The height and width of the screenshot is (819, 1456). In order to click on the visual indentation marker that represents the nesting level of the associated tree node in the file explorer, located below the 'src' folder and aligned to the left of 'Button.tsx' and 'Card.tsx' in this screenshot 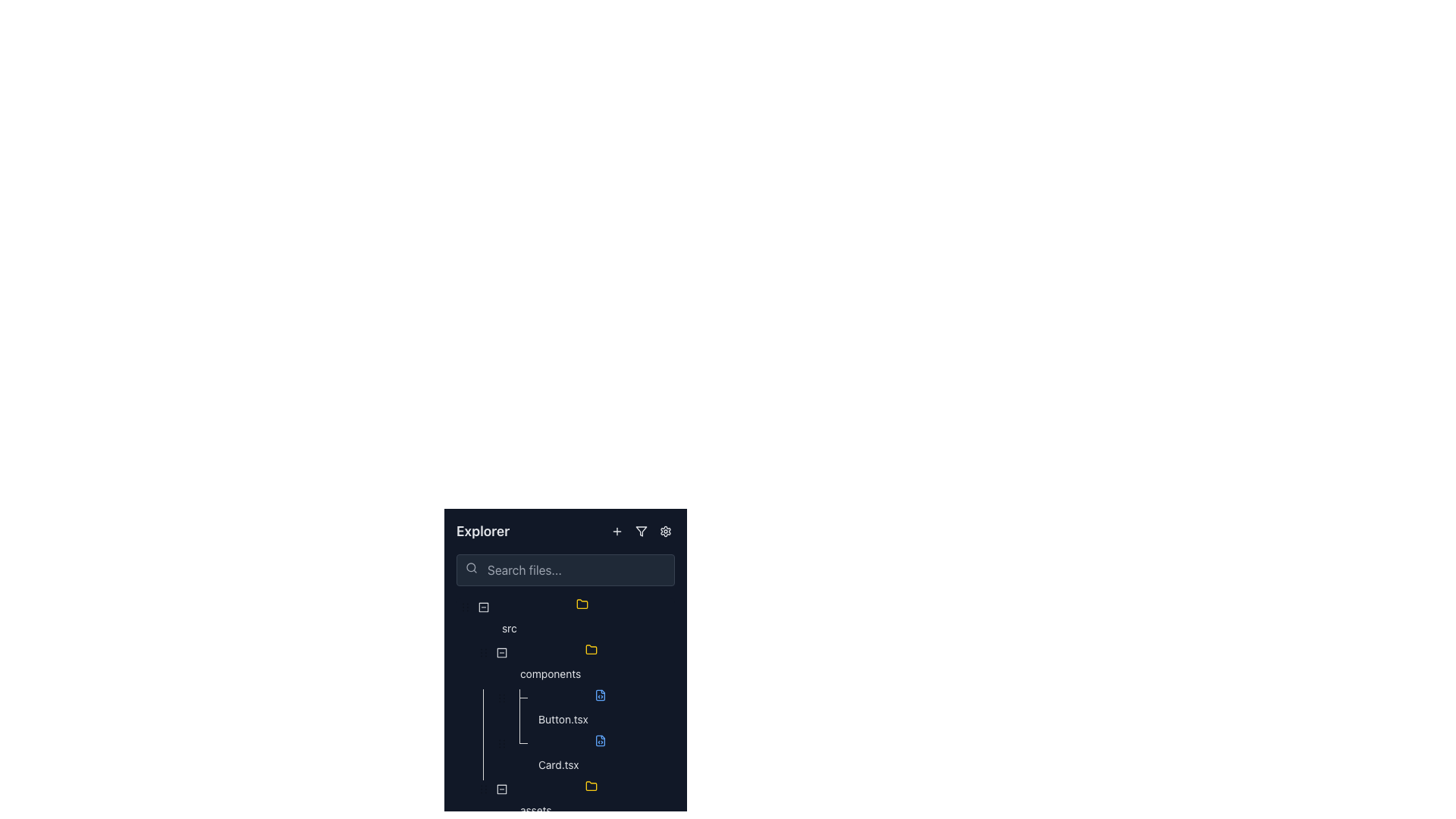, I will do `click(483, 755)`.